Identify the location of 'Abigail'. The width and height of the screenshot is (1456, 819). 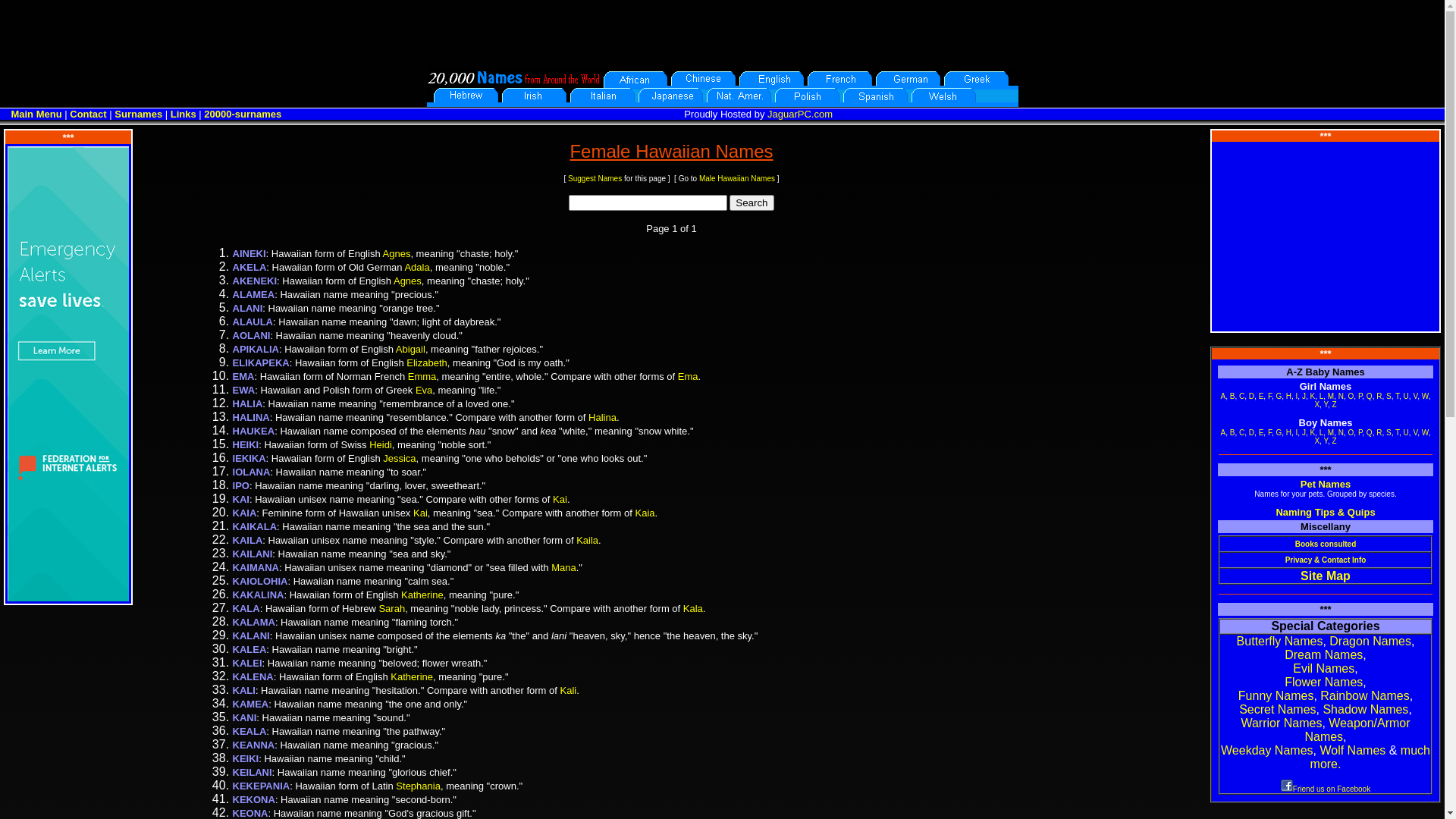
(410, 349).